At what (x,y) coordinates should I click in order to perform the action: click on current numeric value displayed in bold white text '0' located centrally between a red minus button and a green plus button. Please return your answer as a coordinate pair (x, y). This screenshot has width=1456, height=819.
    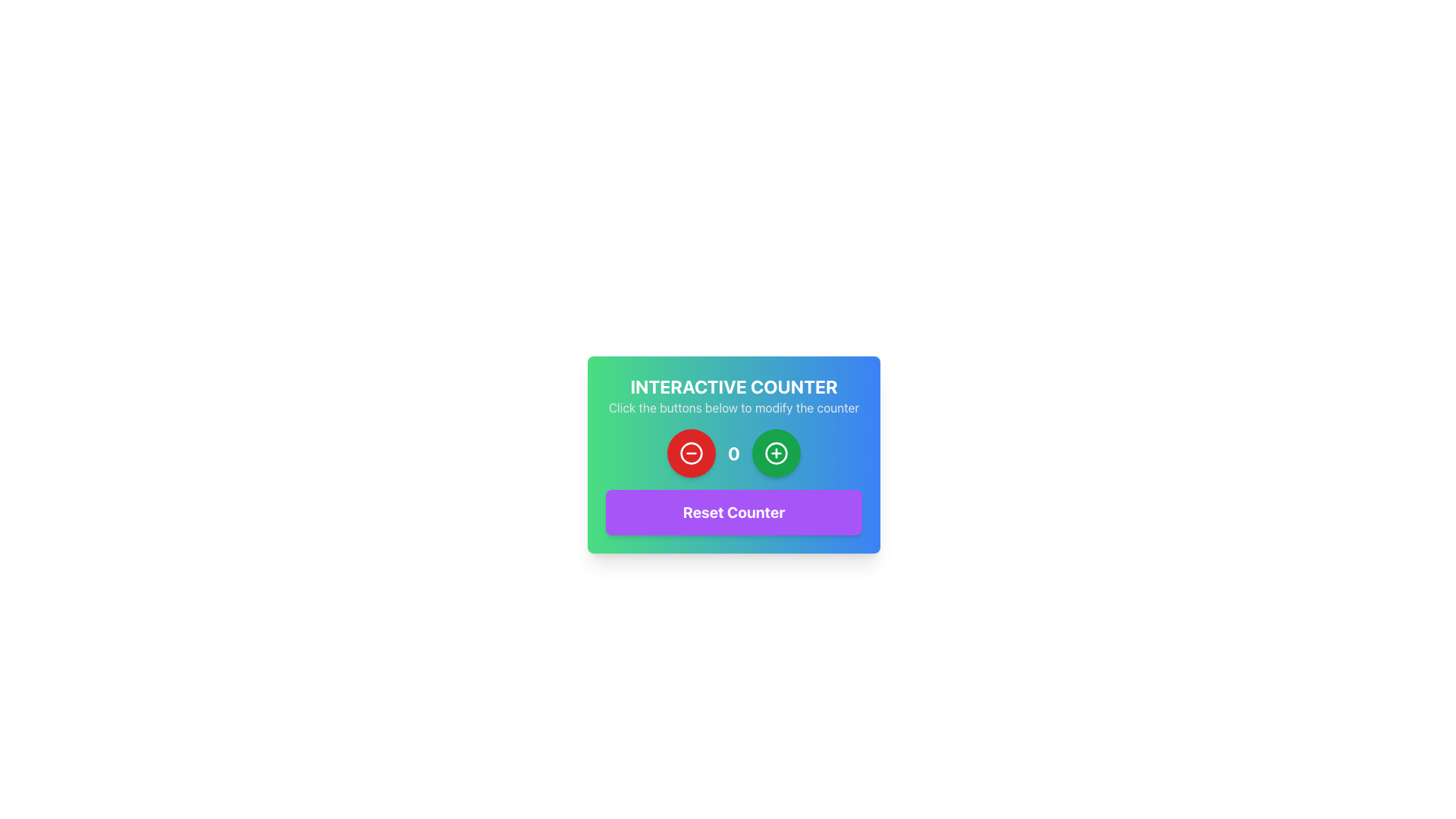
    Looking at the image, I should click on (734, 452).